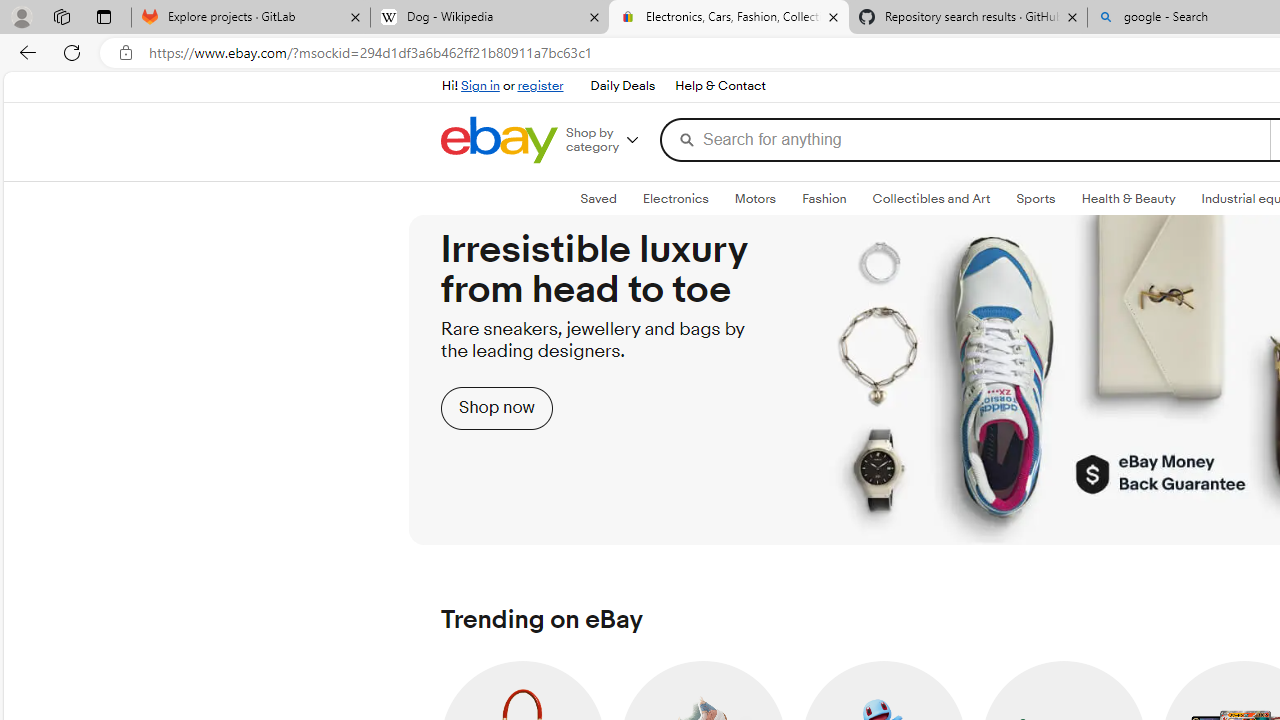  What do you see at coordinates (754, 199) in the screenshot?
I see `'MotorsExpand: Motors'` at bounding box center [754, 199].